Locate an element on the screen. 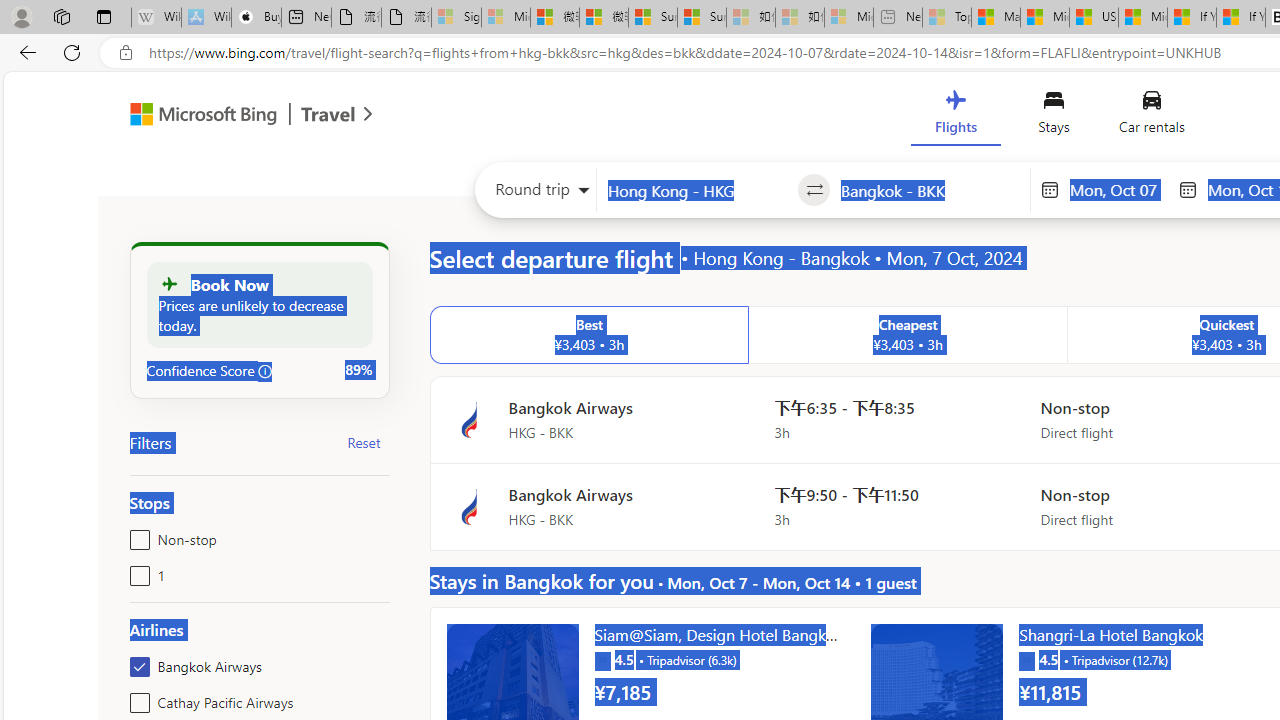  'Microsoft Bing Travel' is located at coordinates (230, 117).